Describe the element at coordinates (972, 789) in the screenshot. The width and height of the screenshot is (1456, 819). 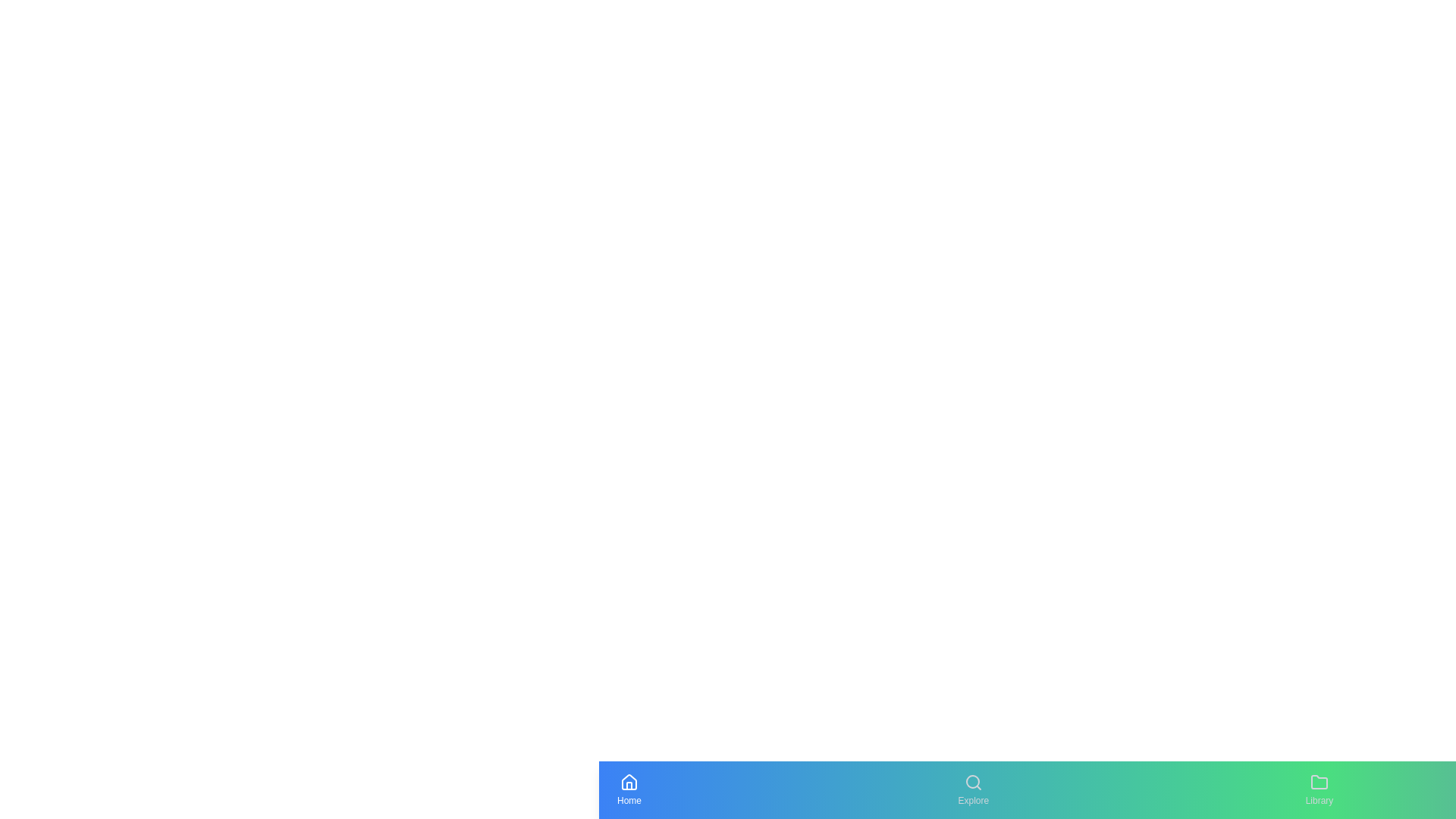
I see `the tab labeled Explore to view its hover animation` at that location.